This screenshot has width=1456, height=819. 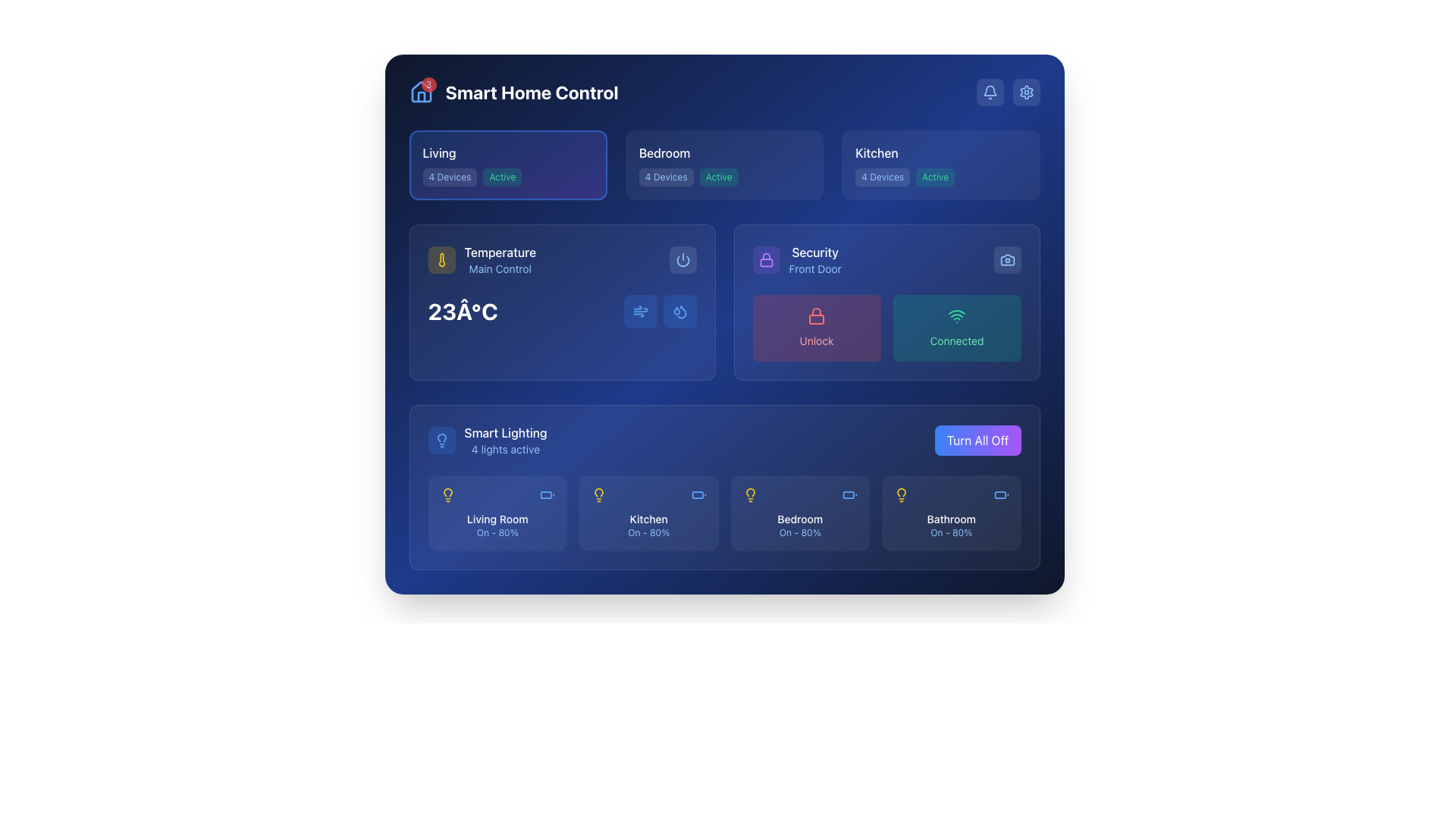 What do you see at coordinates (447, 492) in the screenshot?
I see `the status of the lightbulb icon representing the 'Living Room' light in the smart lighting section` at bounding box center [447, 492].